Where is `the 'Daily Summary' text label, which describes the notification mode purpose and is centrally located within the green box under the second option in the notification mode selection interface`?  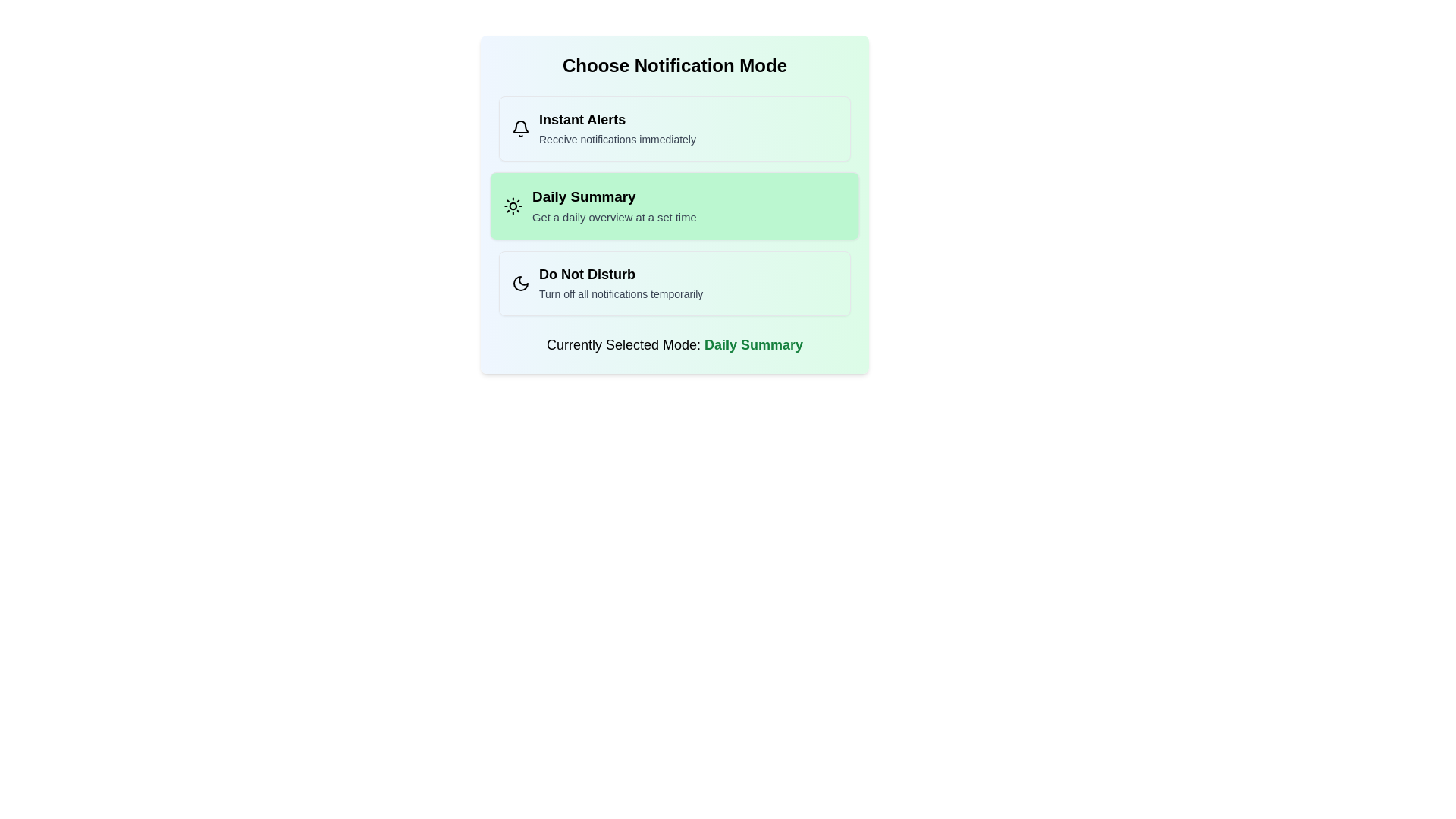 the 'Daily Summary' text label, which describes the notification mode purpose and is centrally located within the green box under the second option in the notification mode selection interface is located at coordinates (614, 217).